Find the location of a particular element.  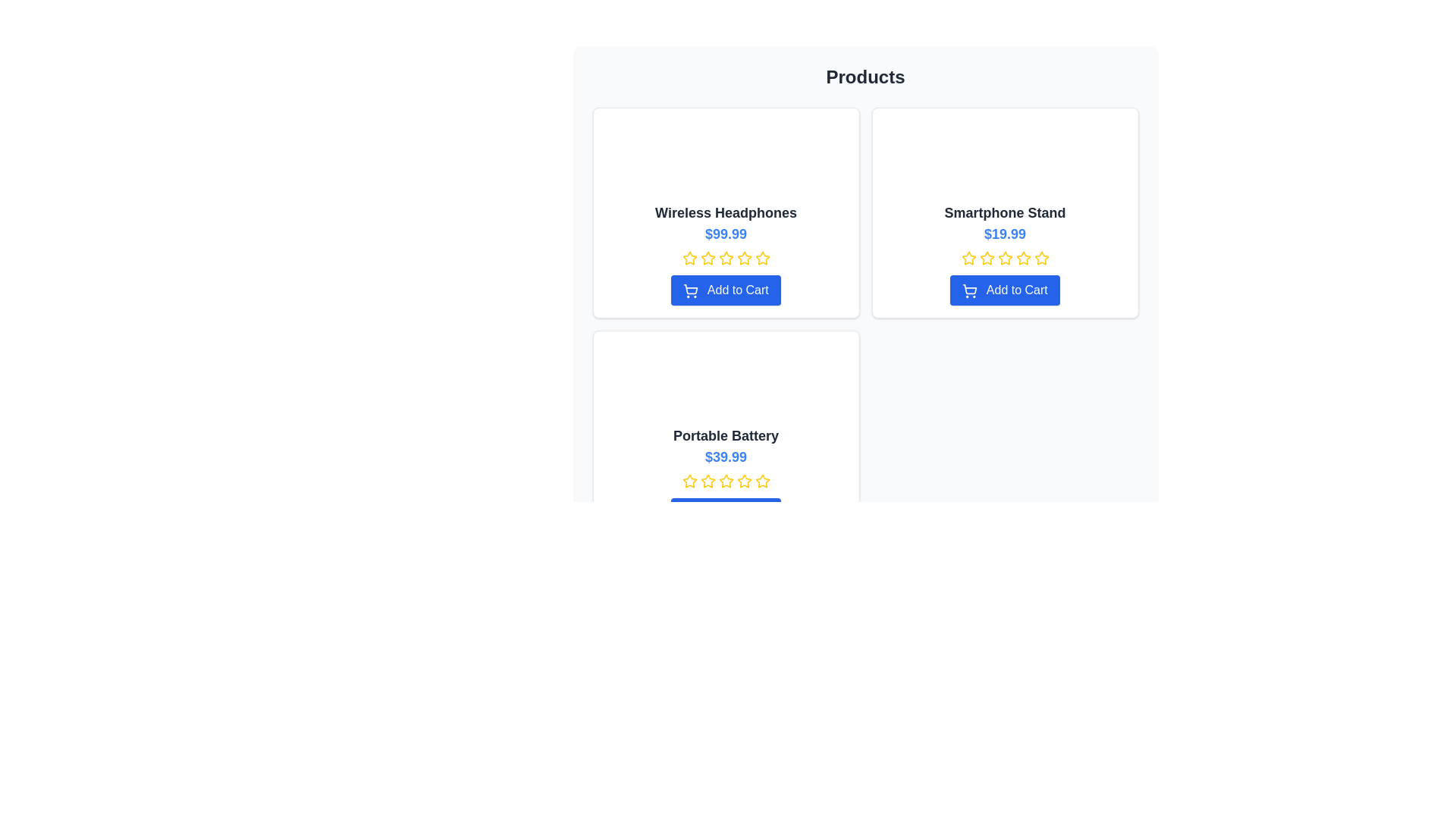

the fifth yellow star icon in the rating system under the 'Smartphone Stand' product card to rate it is located at coordinates (1040, 257).